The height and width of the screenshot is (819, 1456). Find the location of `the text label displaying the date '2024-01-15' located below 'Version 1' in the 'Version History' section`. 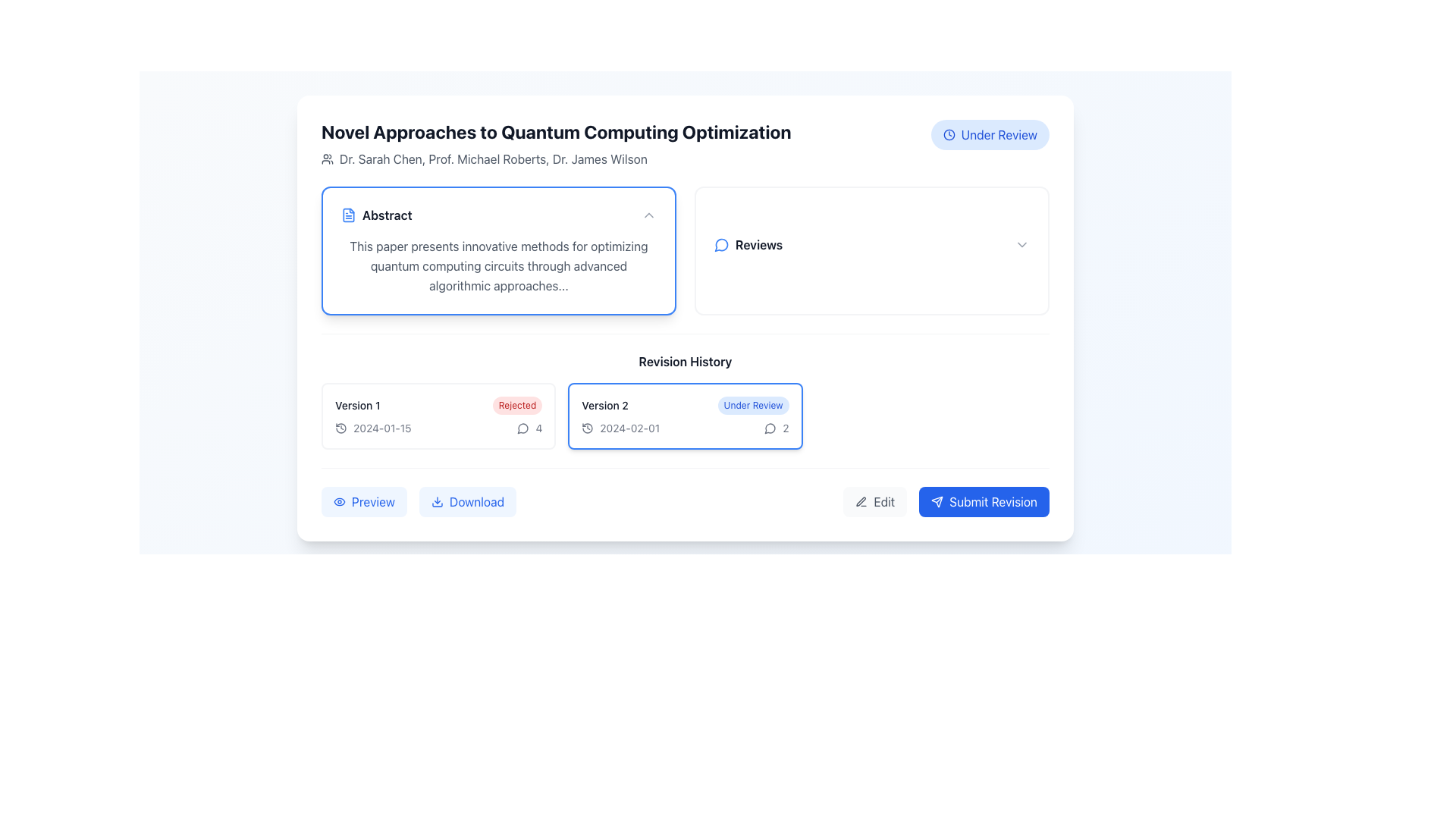

the text label displaying the date '2024-01-15' located below 'Version 1' in the 'Version History' section is located at coordinates (382, 428).